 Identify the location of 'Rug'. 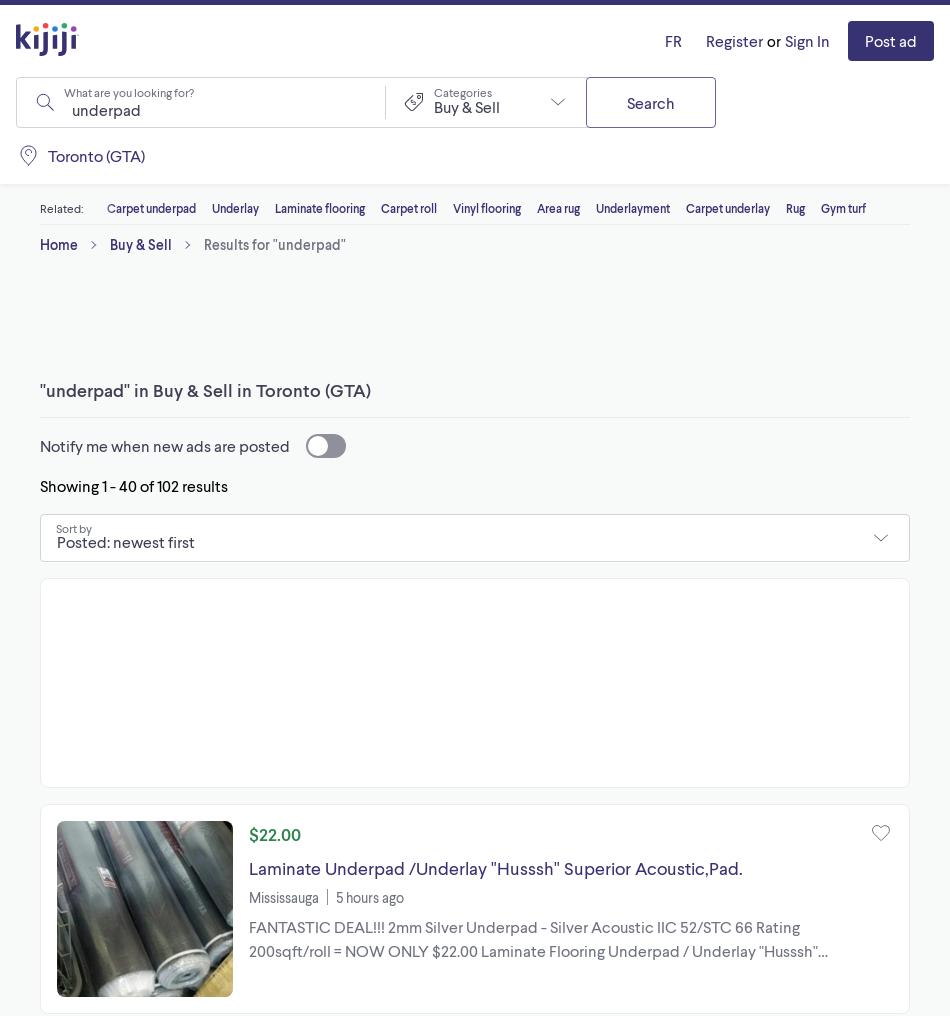
(794, 207).